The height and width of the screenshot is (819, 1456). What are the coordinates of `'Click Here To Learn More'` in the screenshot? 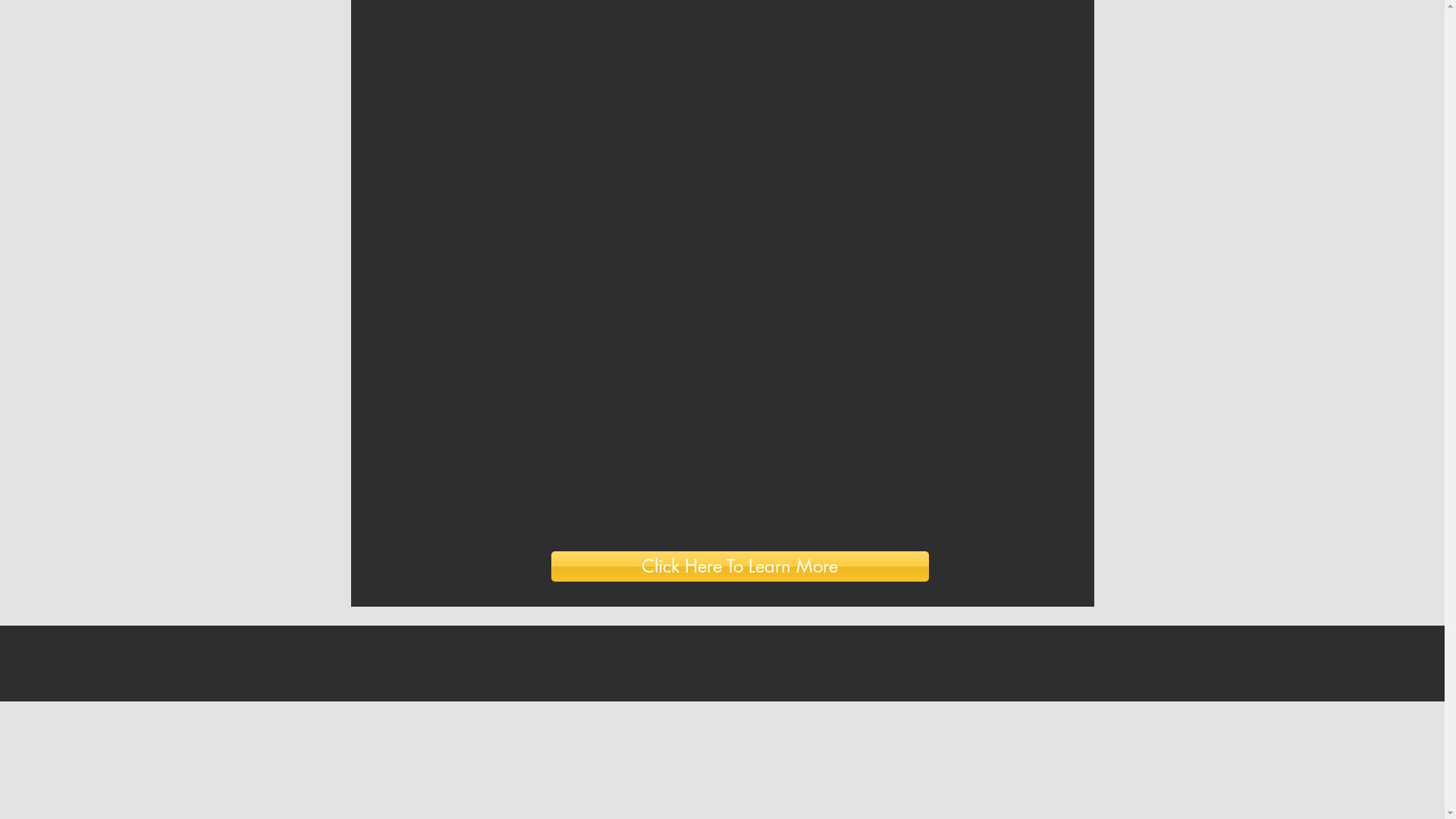 It's located at (739, 566).